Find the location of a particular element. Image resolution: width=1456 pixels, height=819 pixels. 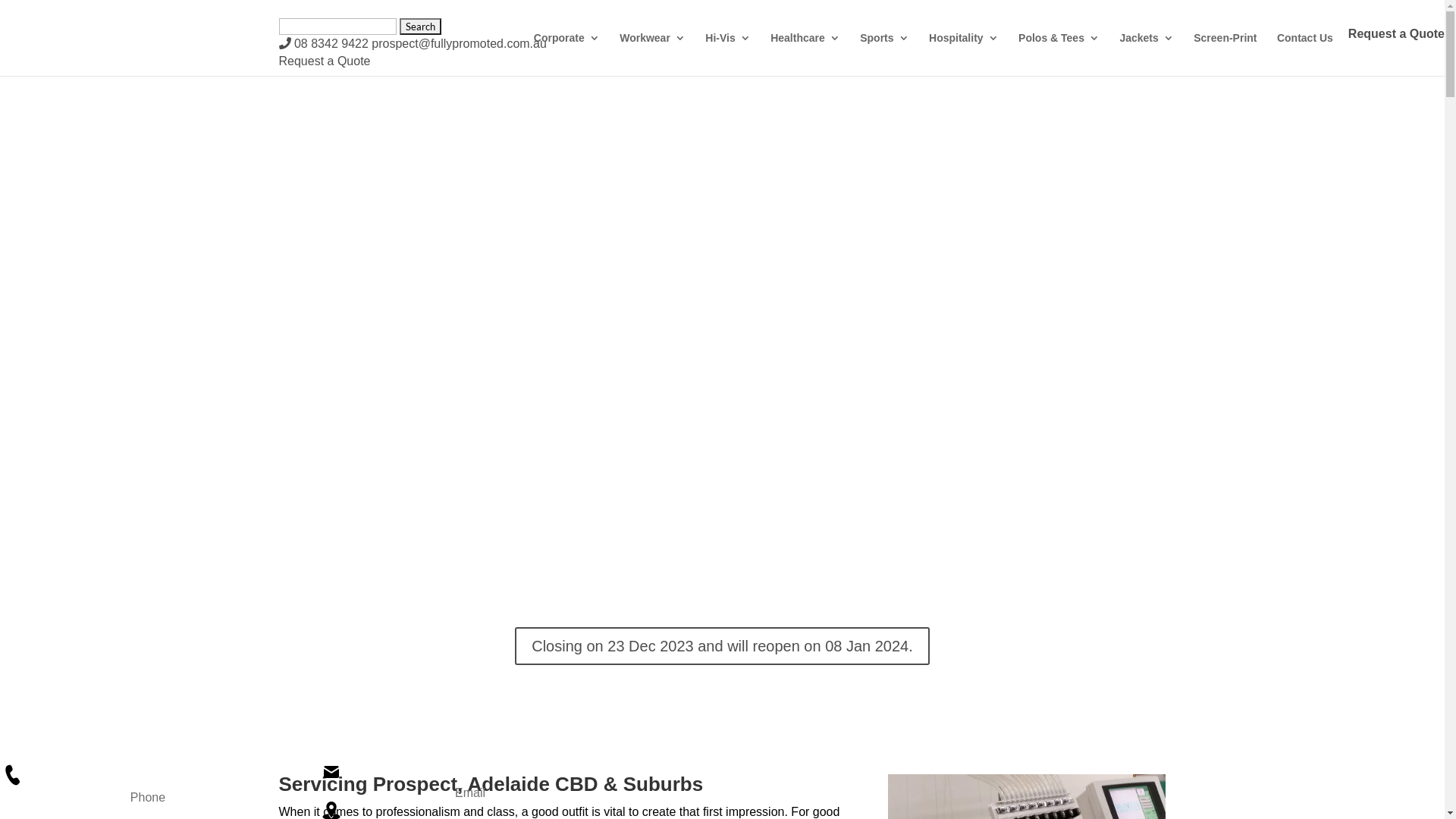

'Search' is located at coordinates (420, 26).